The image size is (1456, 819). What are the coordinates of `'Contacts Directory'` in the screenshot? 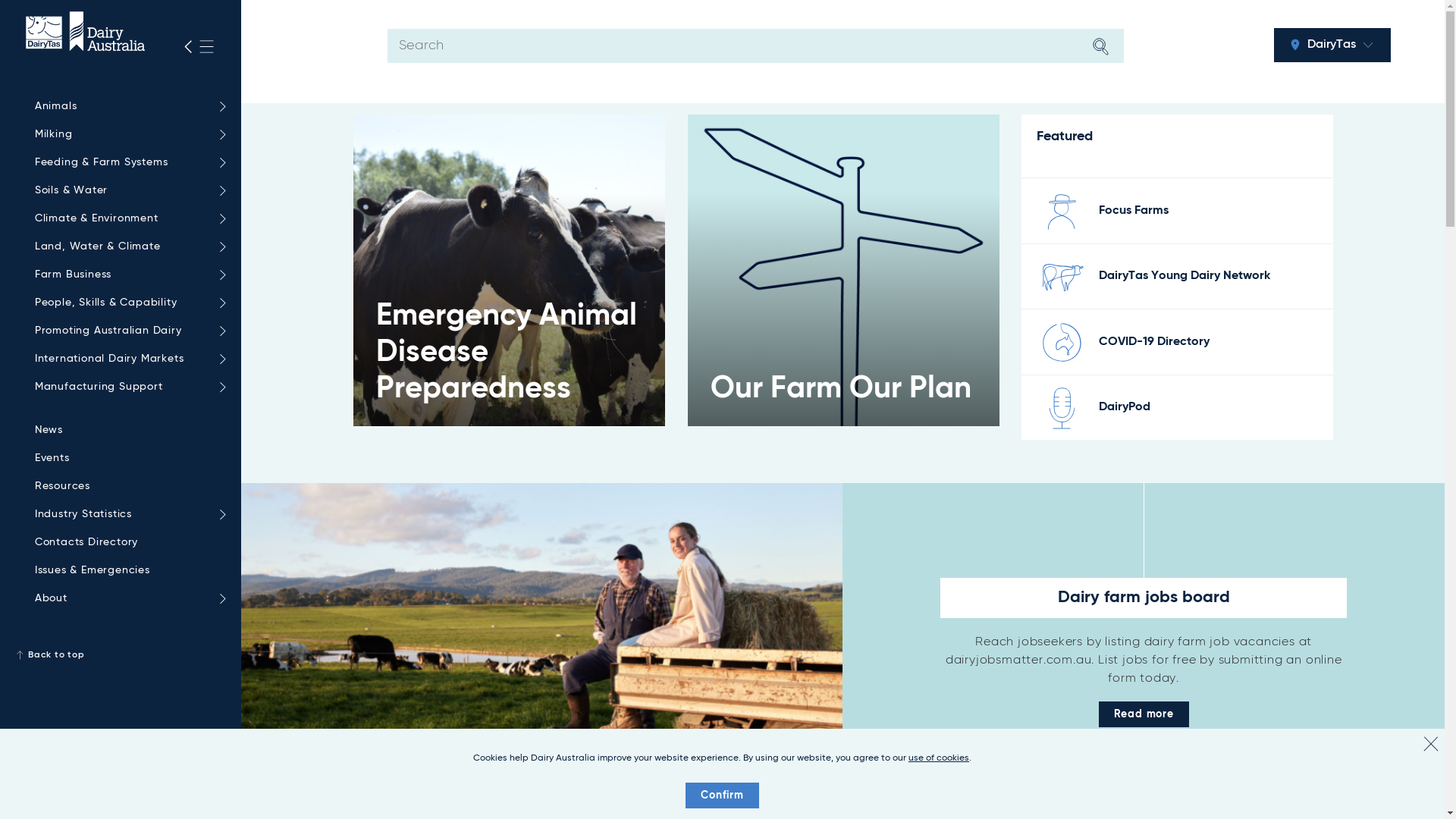 It's located at (127, 541).